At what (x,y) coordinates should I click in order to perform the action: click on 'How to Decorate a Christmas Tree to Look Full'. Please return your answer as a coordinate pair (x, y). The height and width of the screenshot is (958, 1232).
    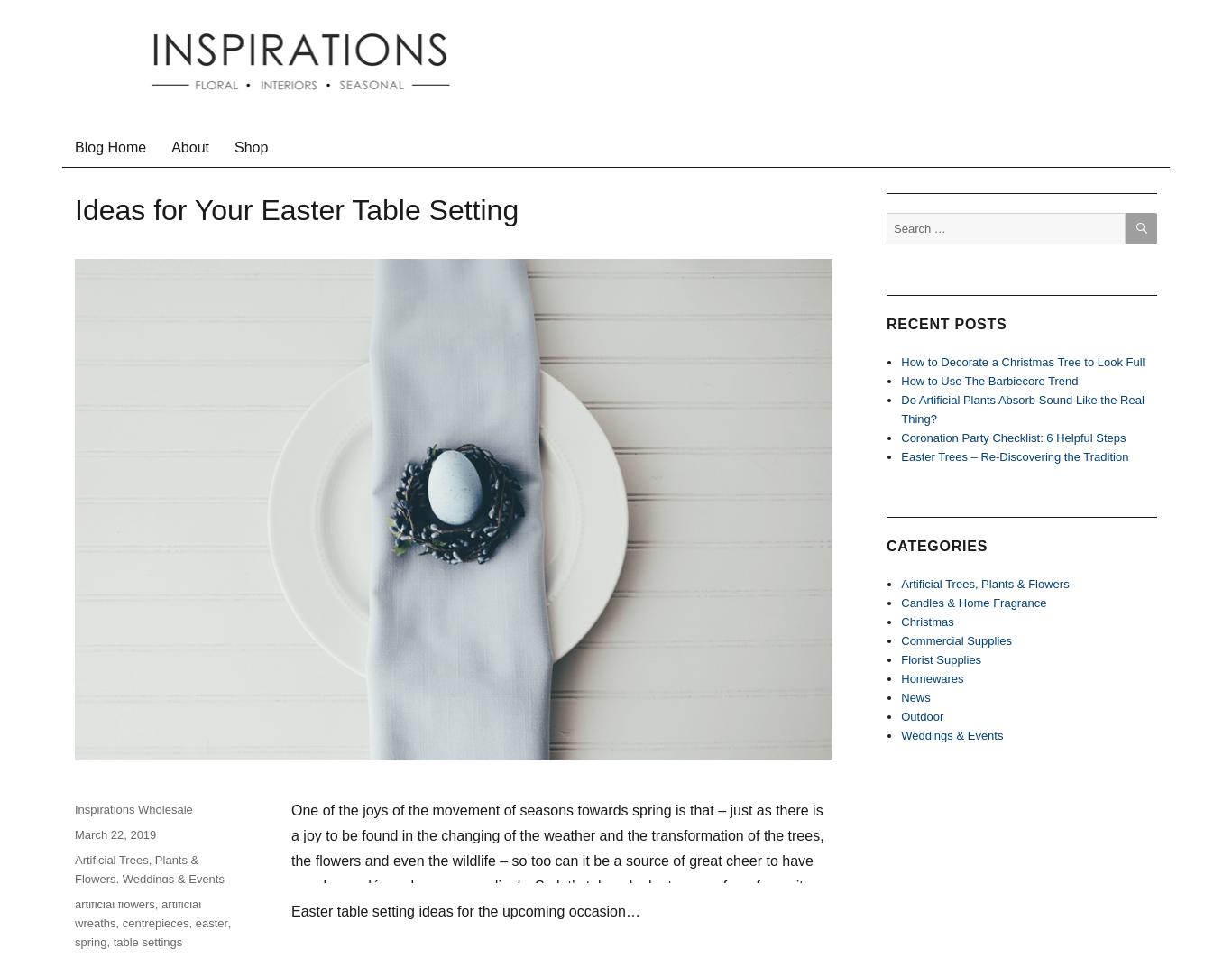
    Looking at the image, I should click on (900, 360).